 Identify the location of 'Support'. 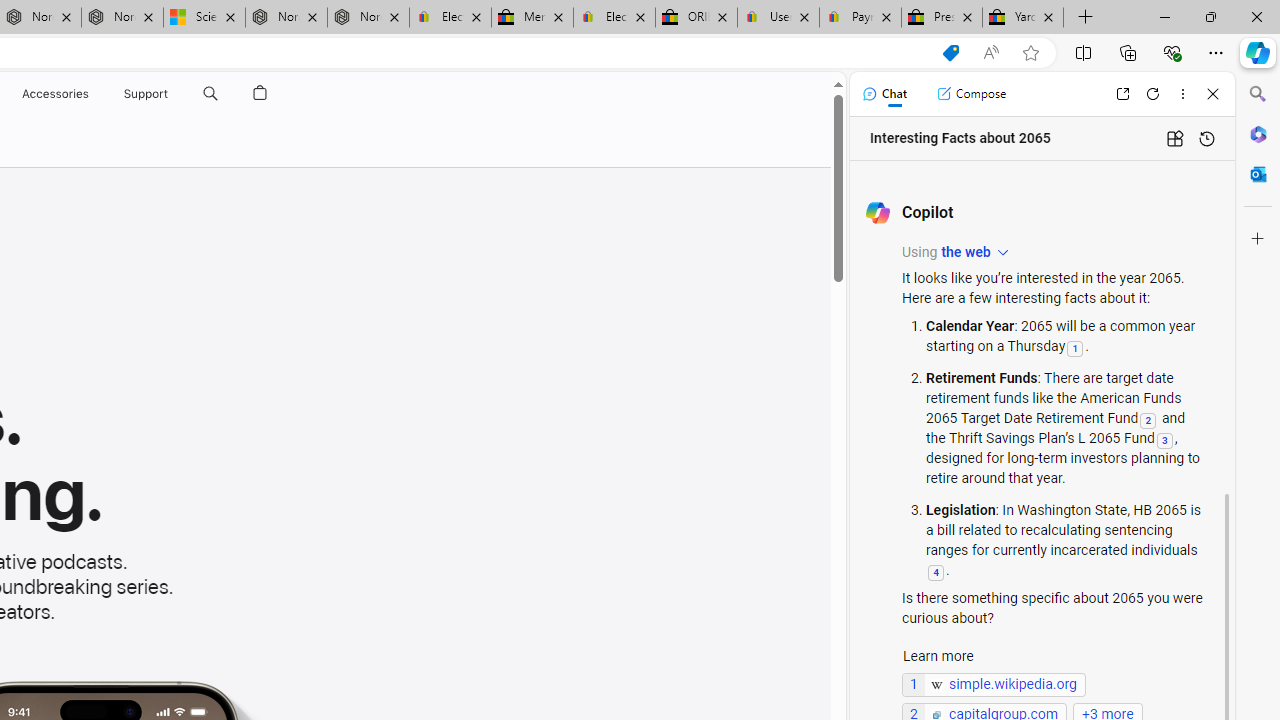
(145, 93).